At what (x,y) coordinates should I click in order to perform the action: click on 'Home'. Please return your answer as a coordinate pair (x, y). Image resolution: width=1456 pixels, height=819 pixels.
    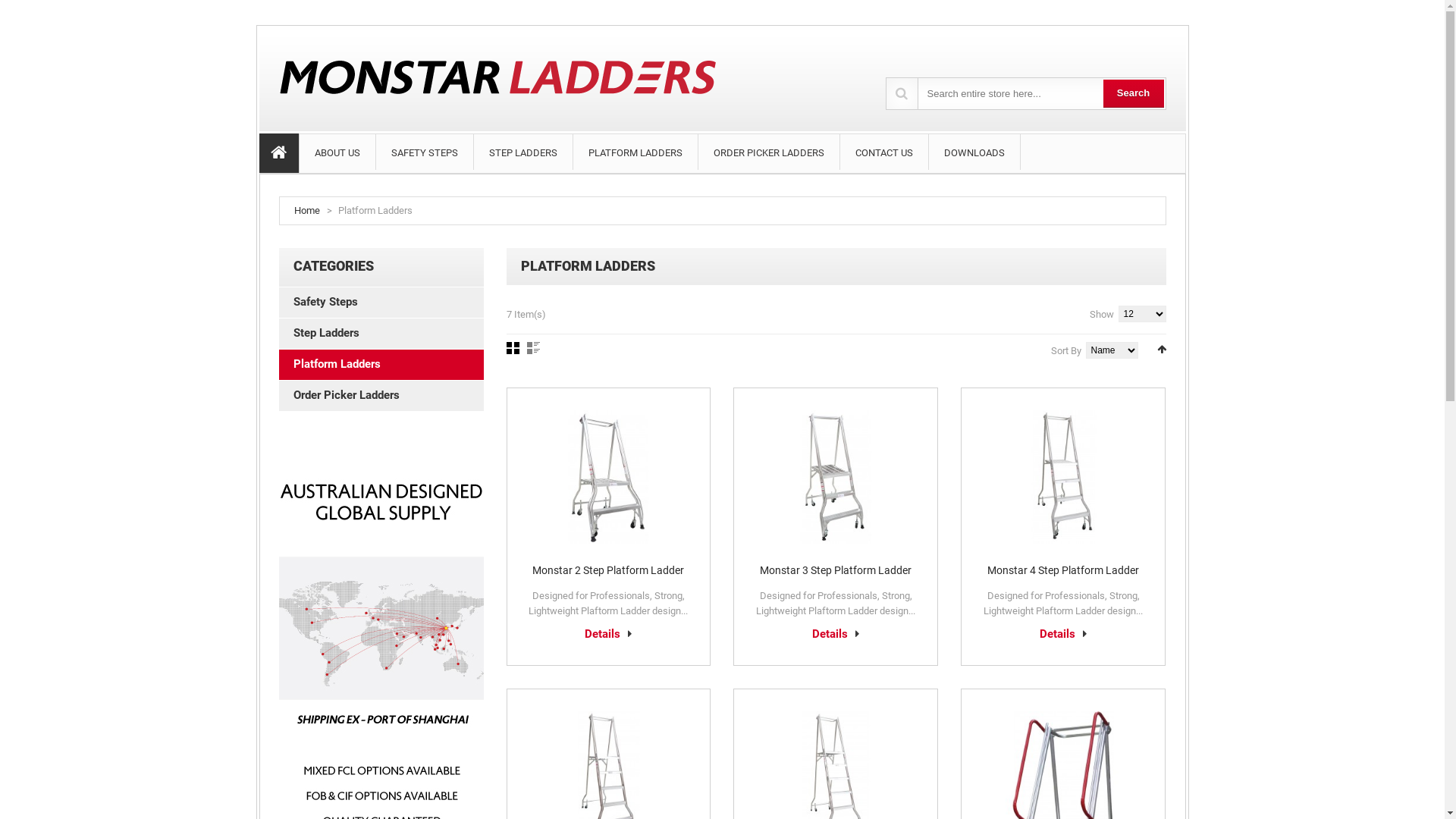
    Looking at the image, I should click on (306, 210).